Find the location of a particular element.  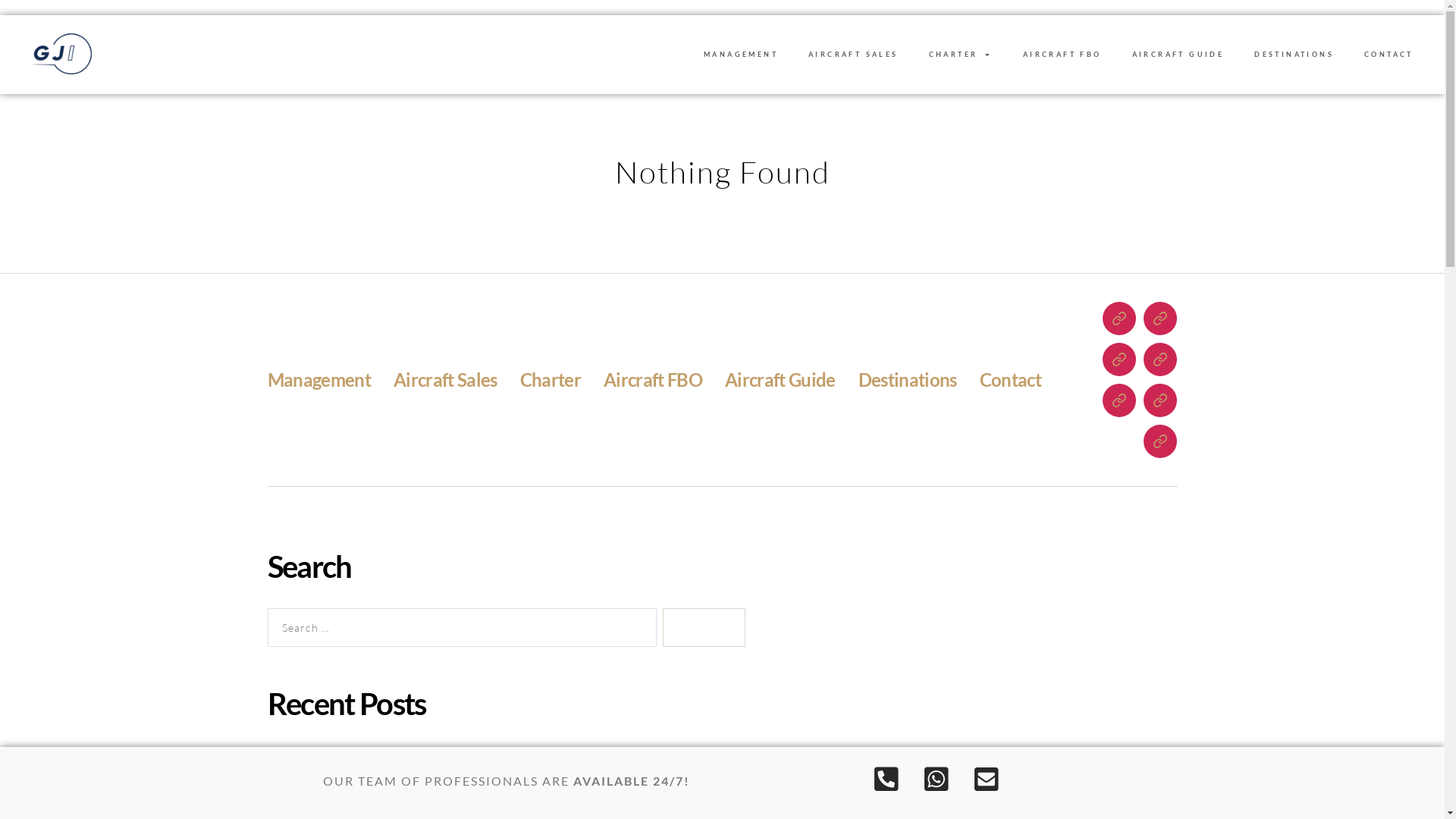

'AIRCRAFT SALES' is located at coordinates (853, 54).